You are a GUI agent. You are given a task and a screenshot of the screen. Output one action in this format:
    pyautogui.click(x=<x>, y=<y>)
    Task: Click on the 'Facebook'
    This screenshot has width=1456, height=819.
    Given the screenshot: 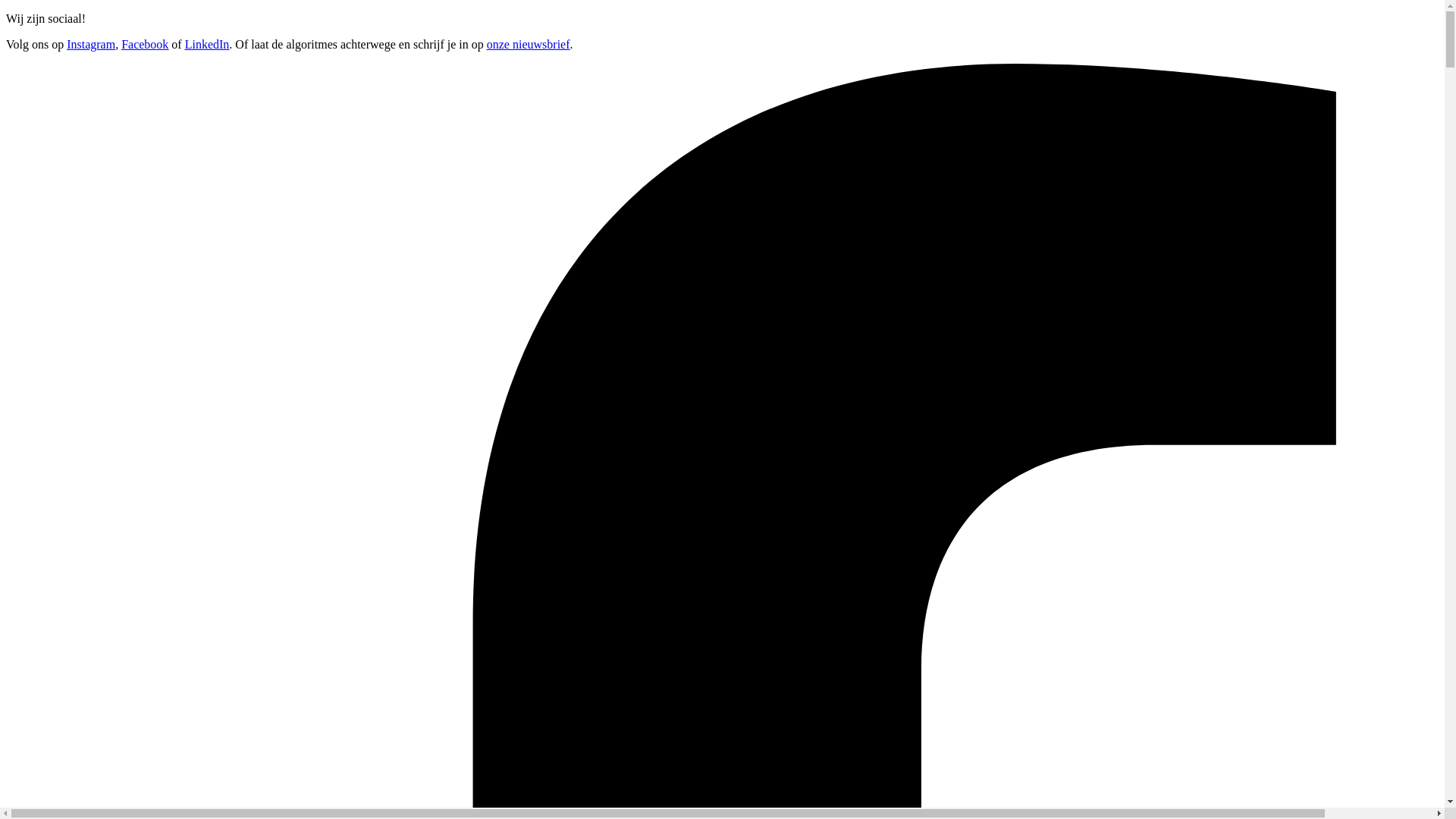 What is the action you would take?
    pyautogui.click(x=145, y=43)
    